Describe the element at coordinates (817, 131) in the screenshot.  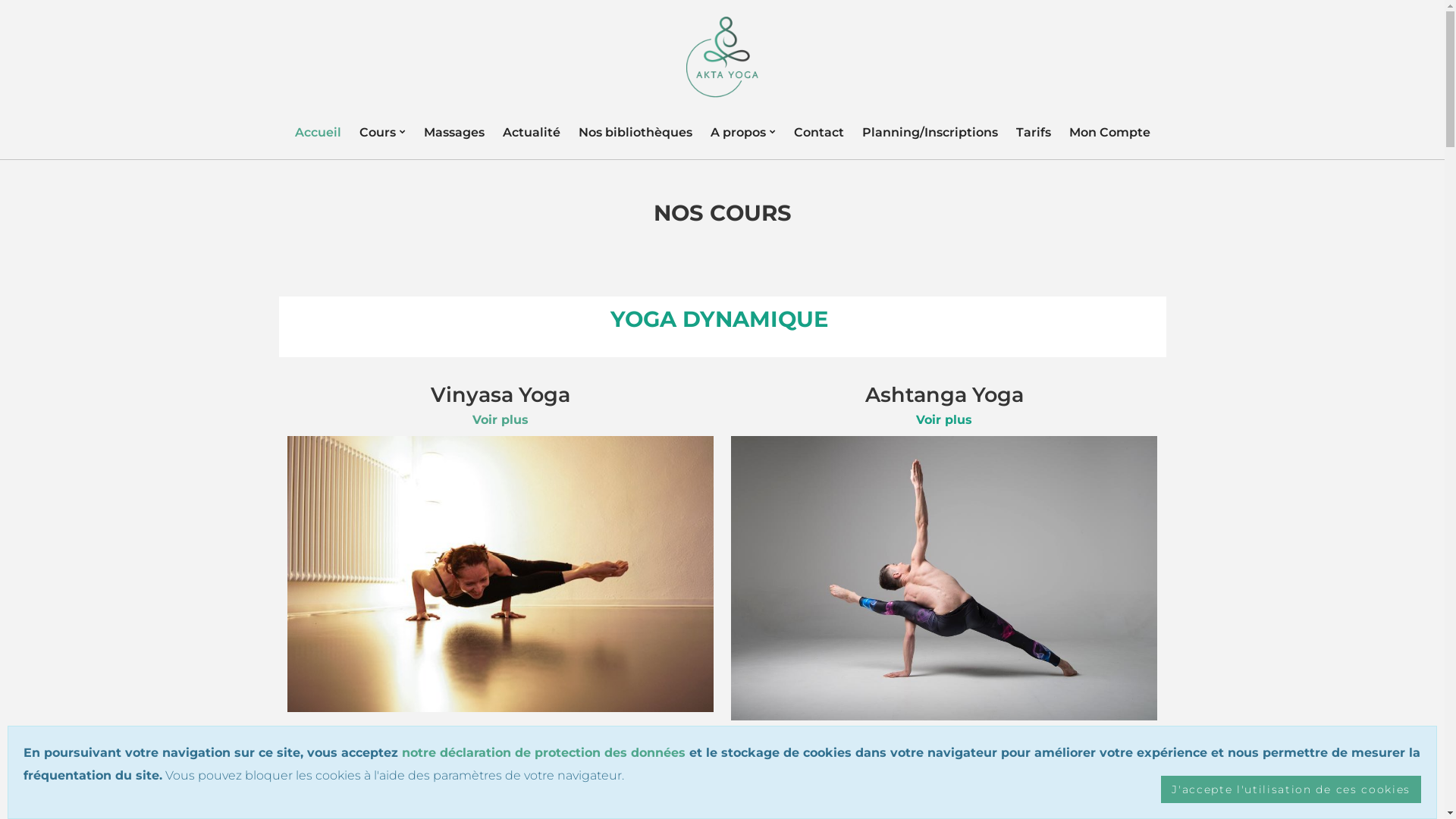
I see `'Contact'` at that location.